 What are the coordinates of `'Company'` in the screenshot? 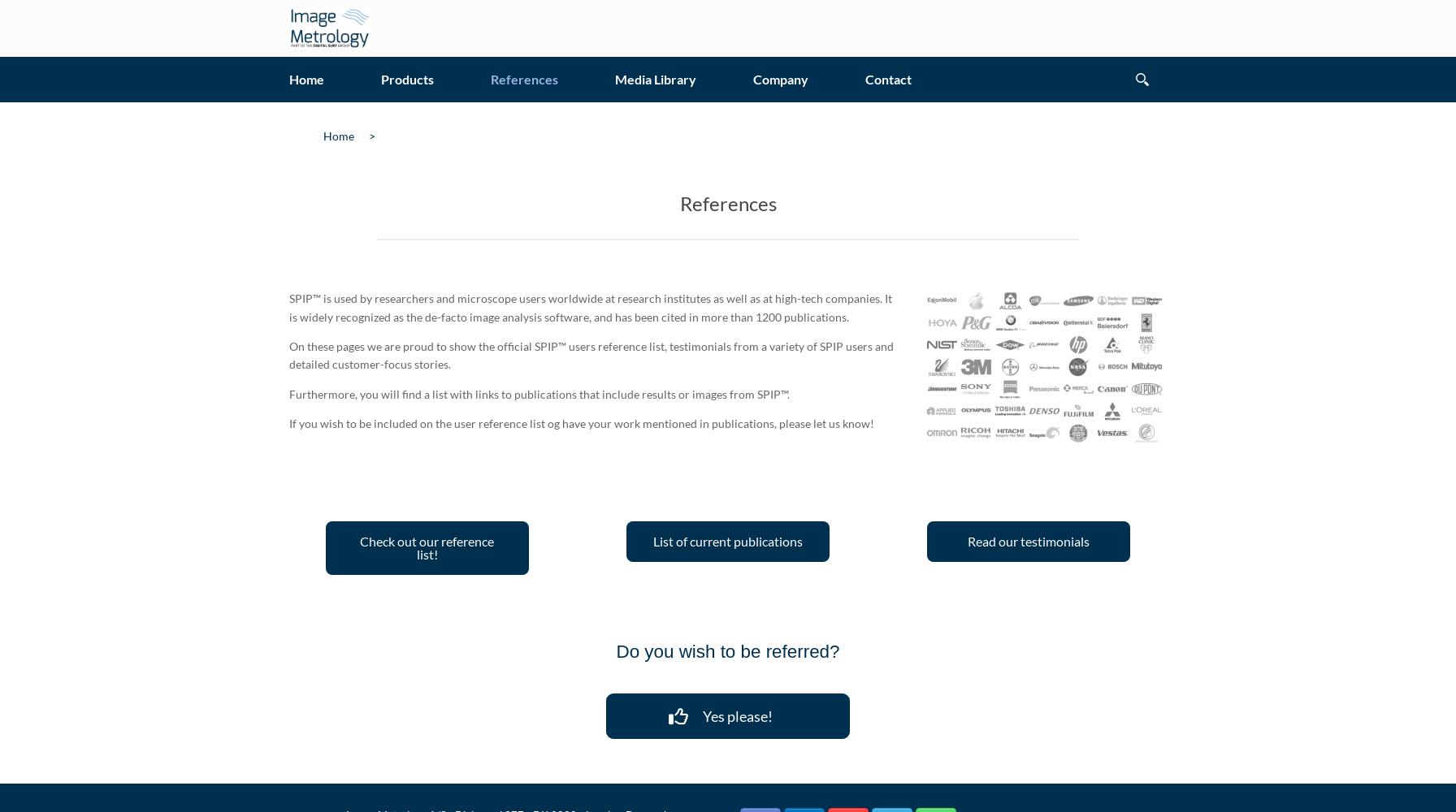 It's located at (781, 78).